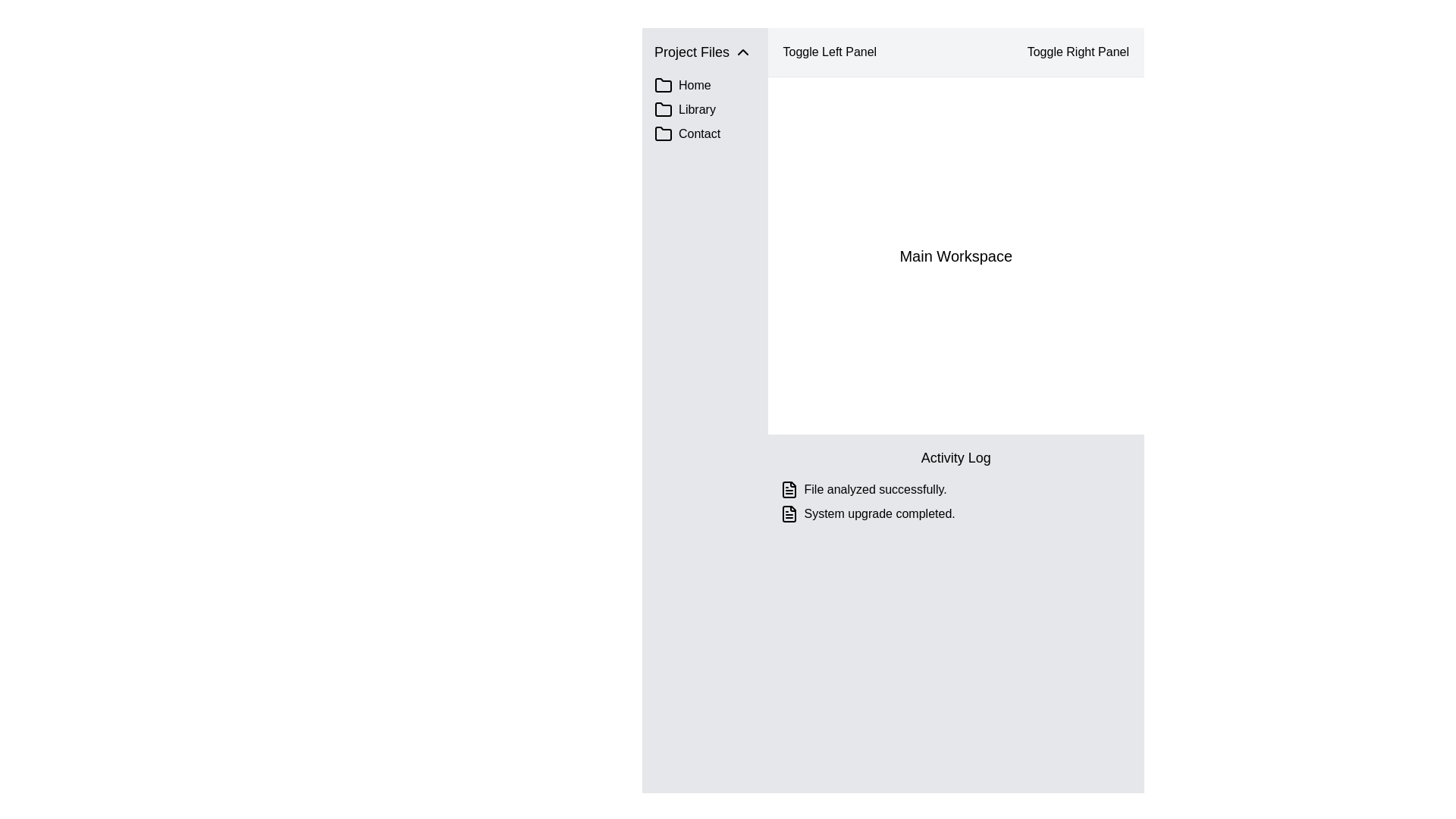 The width and height of the screenshot is (1456, 819). What do you see at coordinates (955, 255) in the screenshot?
I see `on the central workspace section located below the header containing 'Toggle Left Panel' and 'Toggle Right Panel', and above the 'Activity Log' section` at bounding box center [955, 255].